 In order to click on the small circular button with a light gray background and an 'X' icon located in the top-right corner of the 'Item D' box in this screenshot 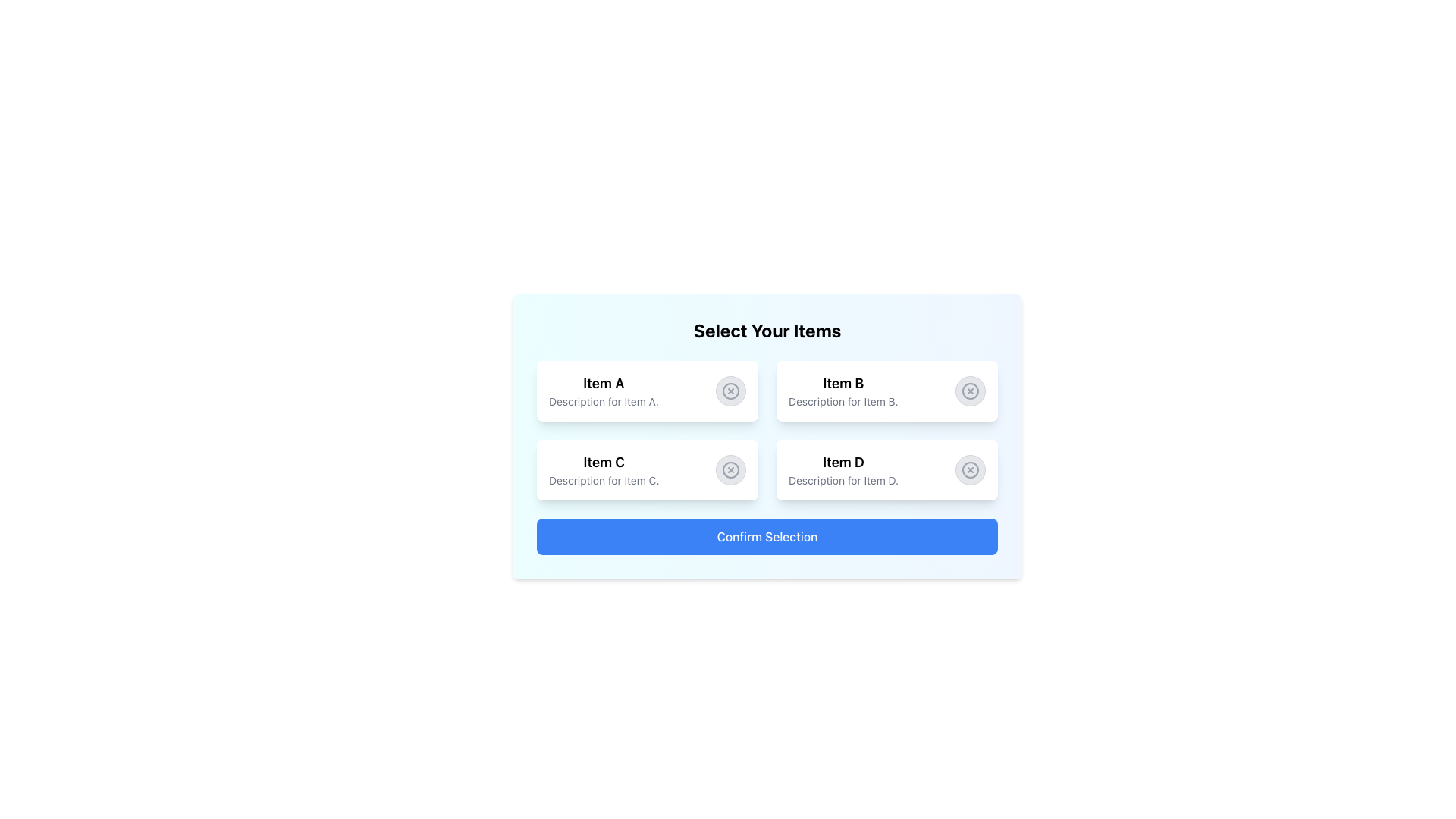, I will do `click(971, 469)`.